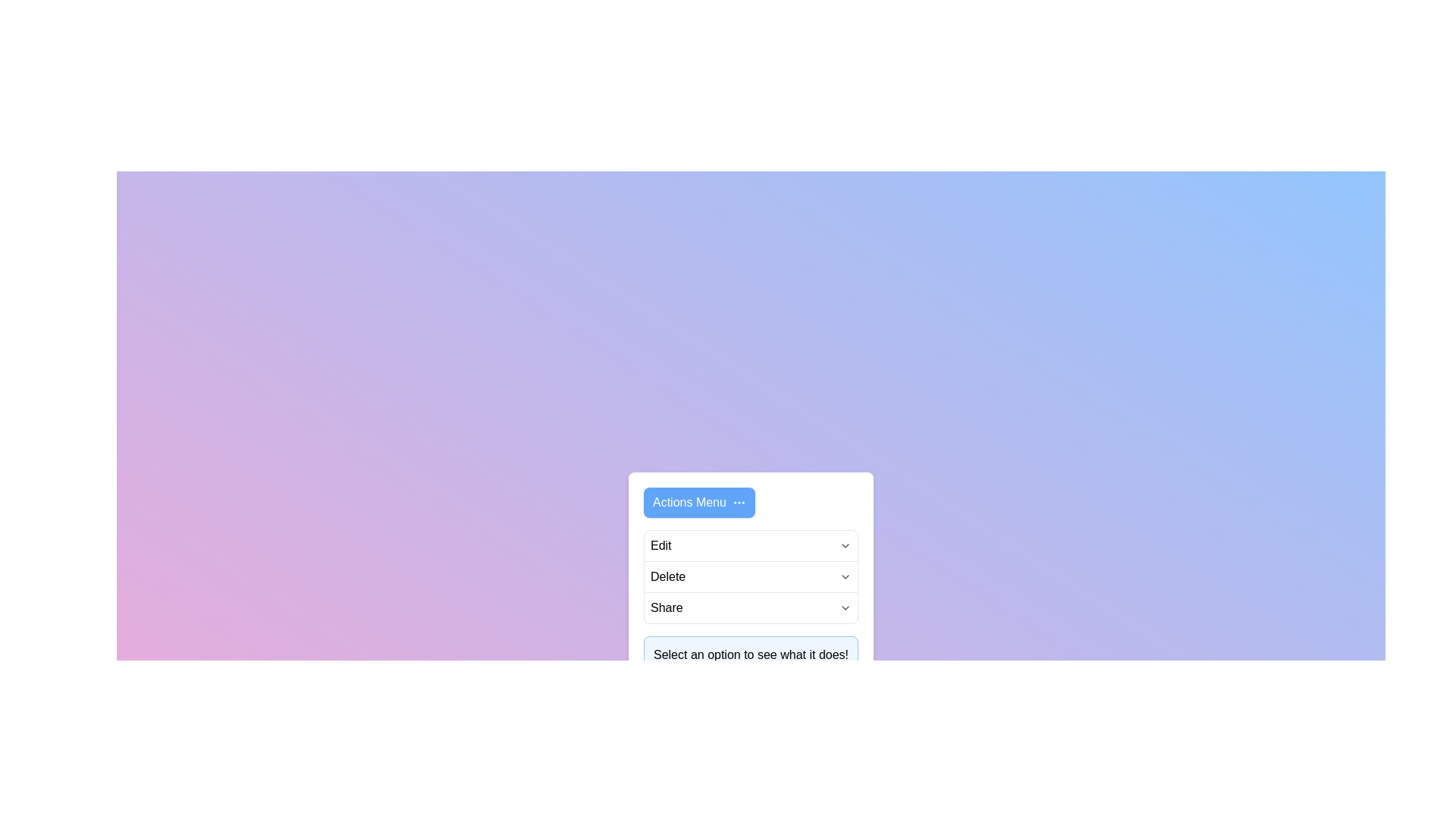 The height and width of the screenshot is (819, 1456). What do you see at coordinates (751, 654) in the screenshot?
I see `the informational text in the dropdown section` at bounding box center [751, 654].